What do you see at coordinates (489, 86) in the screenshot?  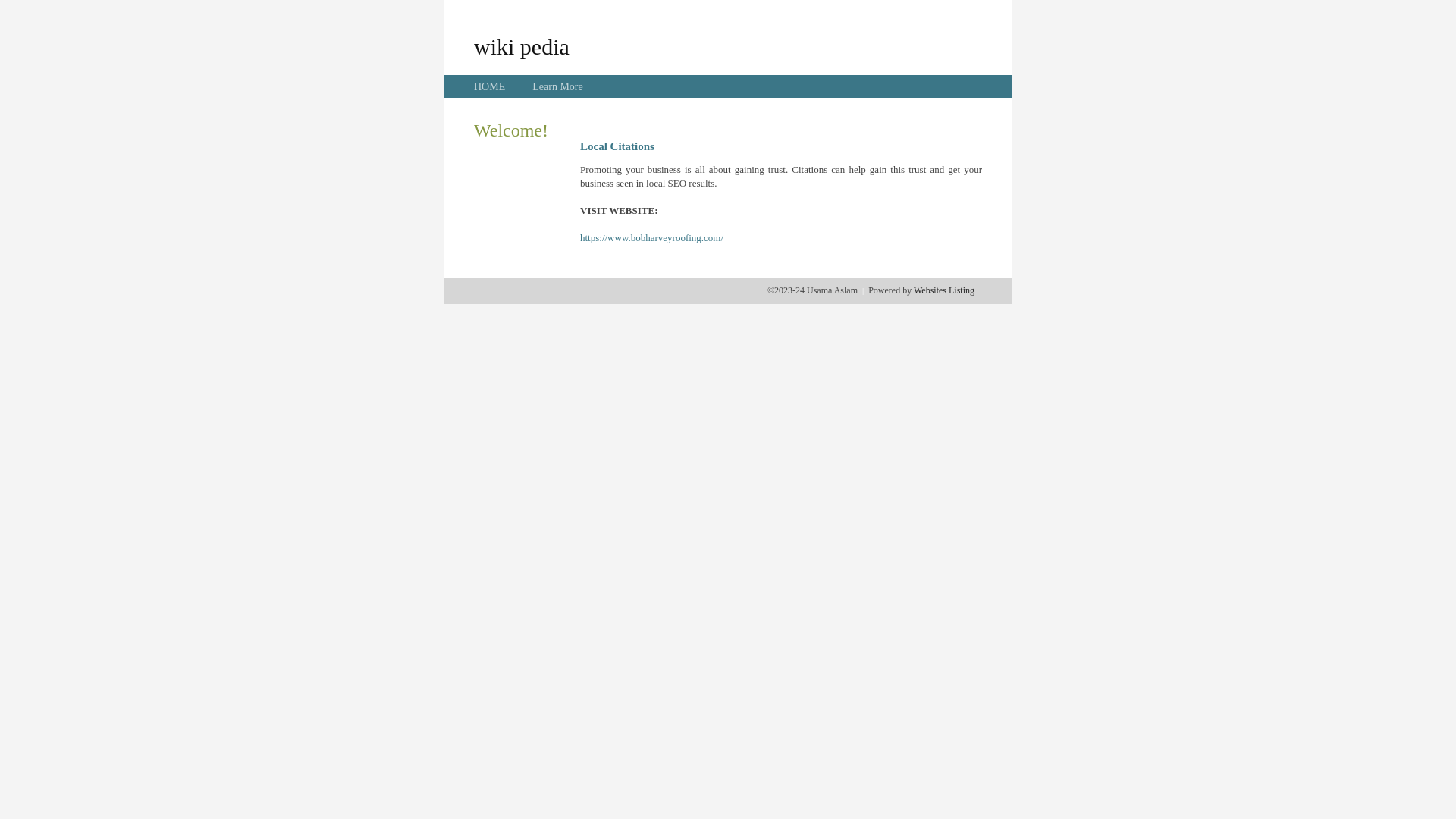 I see `'HOME'` at bounding box center [489, 86].